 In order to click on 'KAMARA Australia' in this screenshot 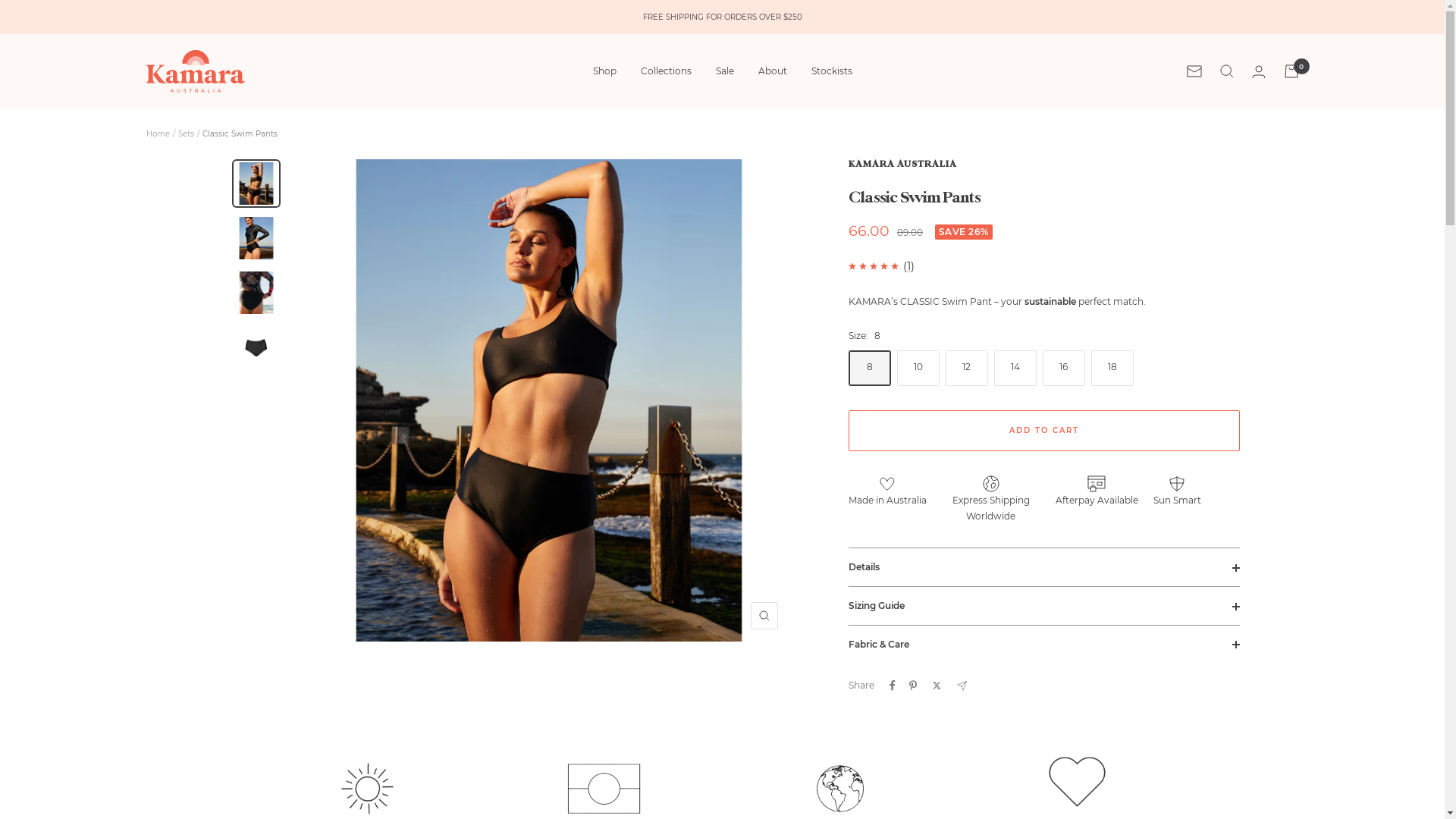, I will do `click(194, 71)`.